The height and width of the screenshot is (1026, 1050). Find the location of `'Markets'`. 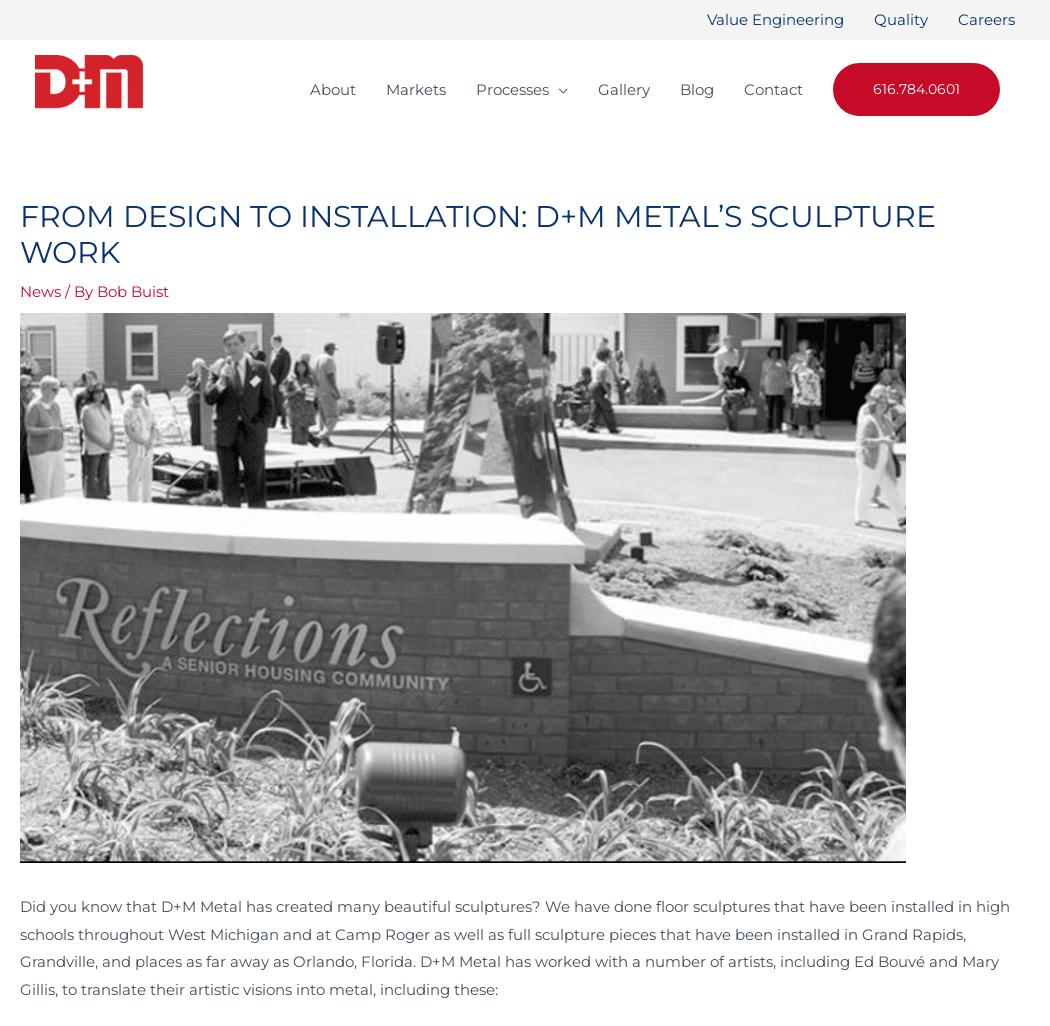

'Markets' is located at coordinates (415, 87).